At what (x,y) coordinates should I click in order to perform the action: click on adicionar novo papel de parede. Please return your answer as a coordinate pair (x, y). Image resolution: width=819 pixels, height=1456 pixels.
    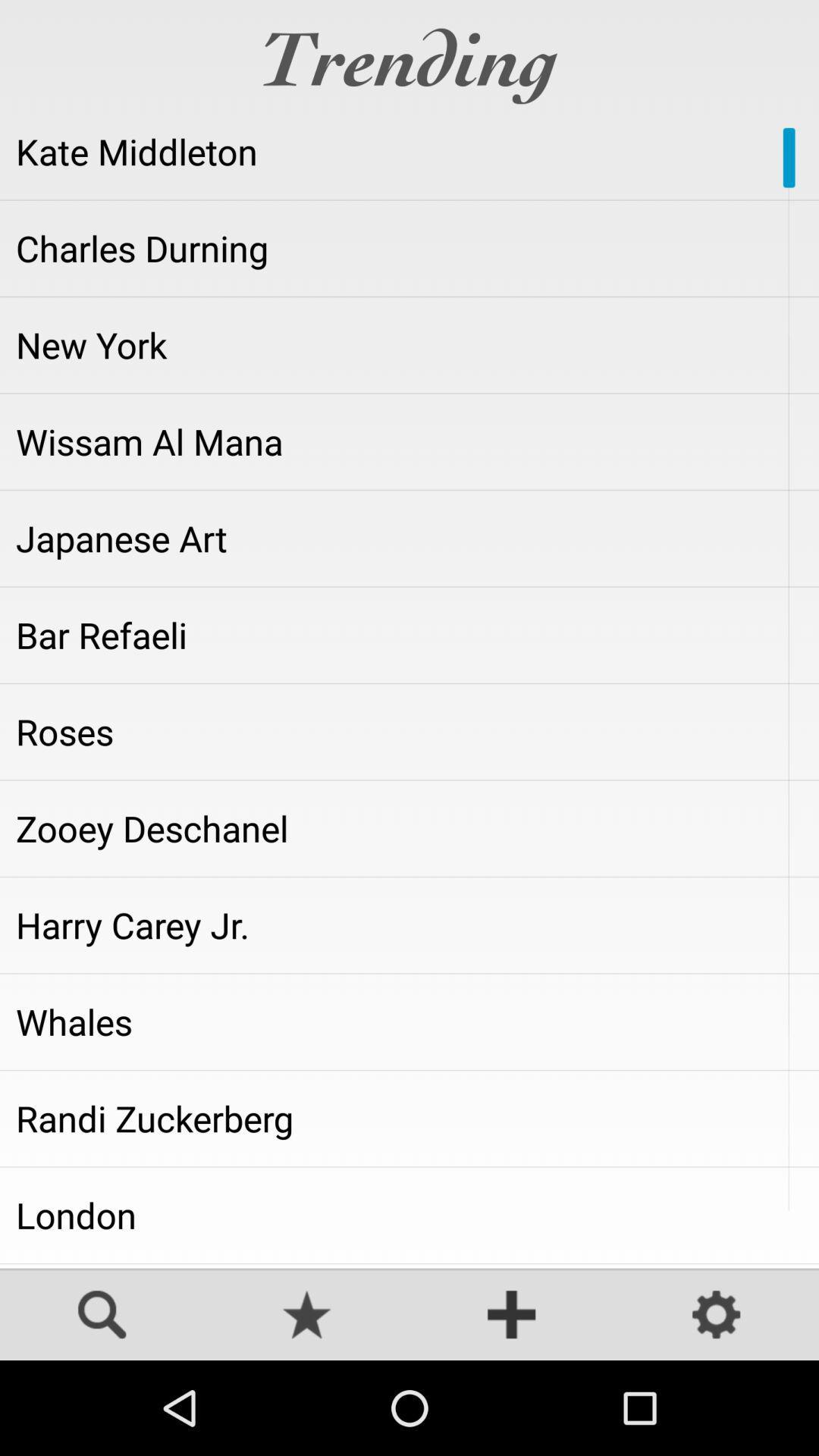
    Looking at the image, I should click on (512, 1316).